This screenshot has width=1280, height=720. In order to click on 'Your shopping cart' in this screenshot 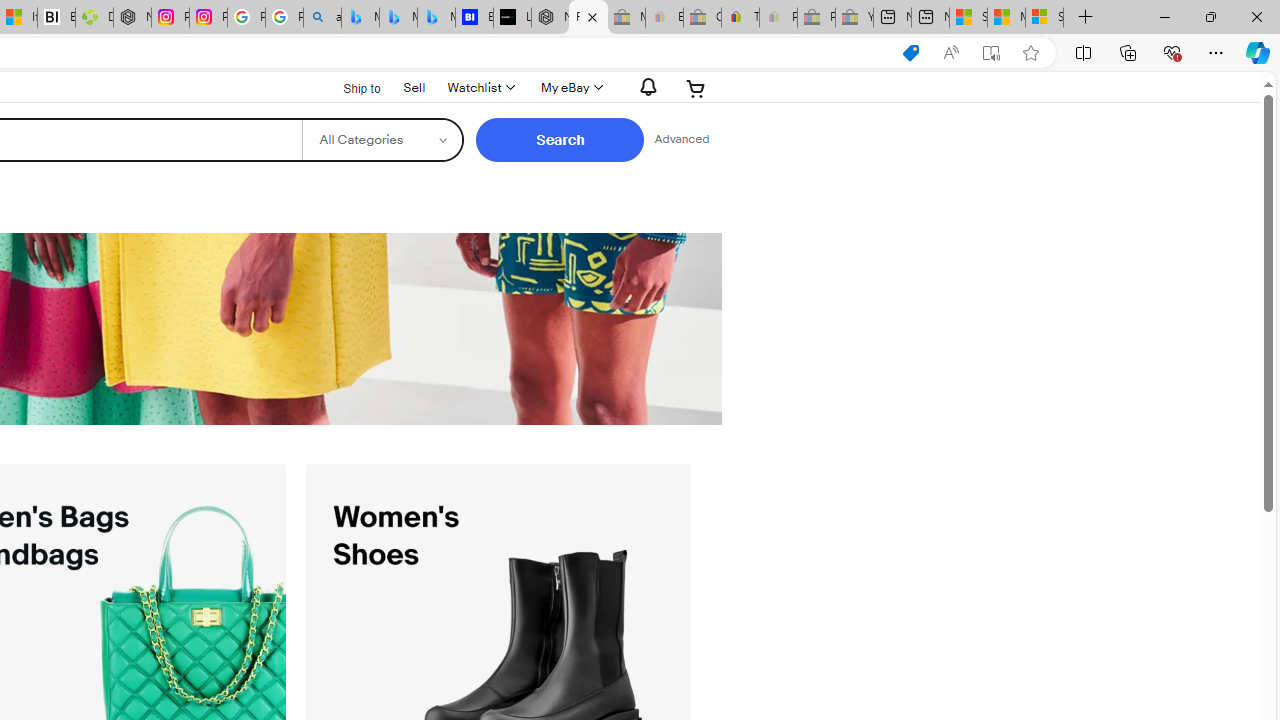, I will do `click(696, 87)`.